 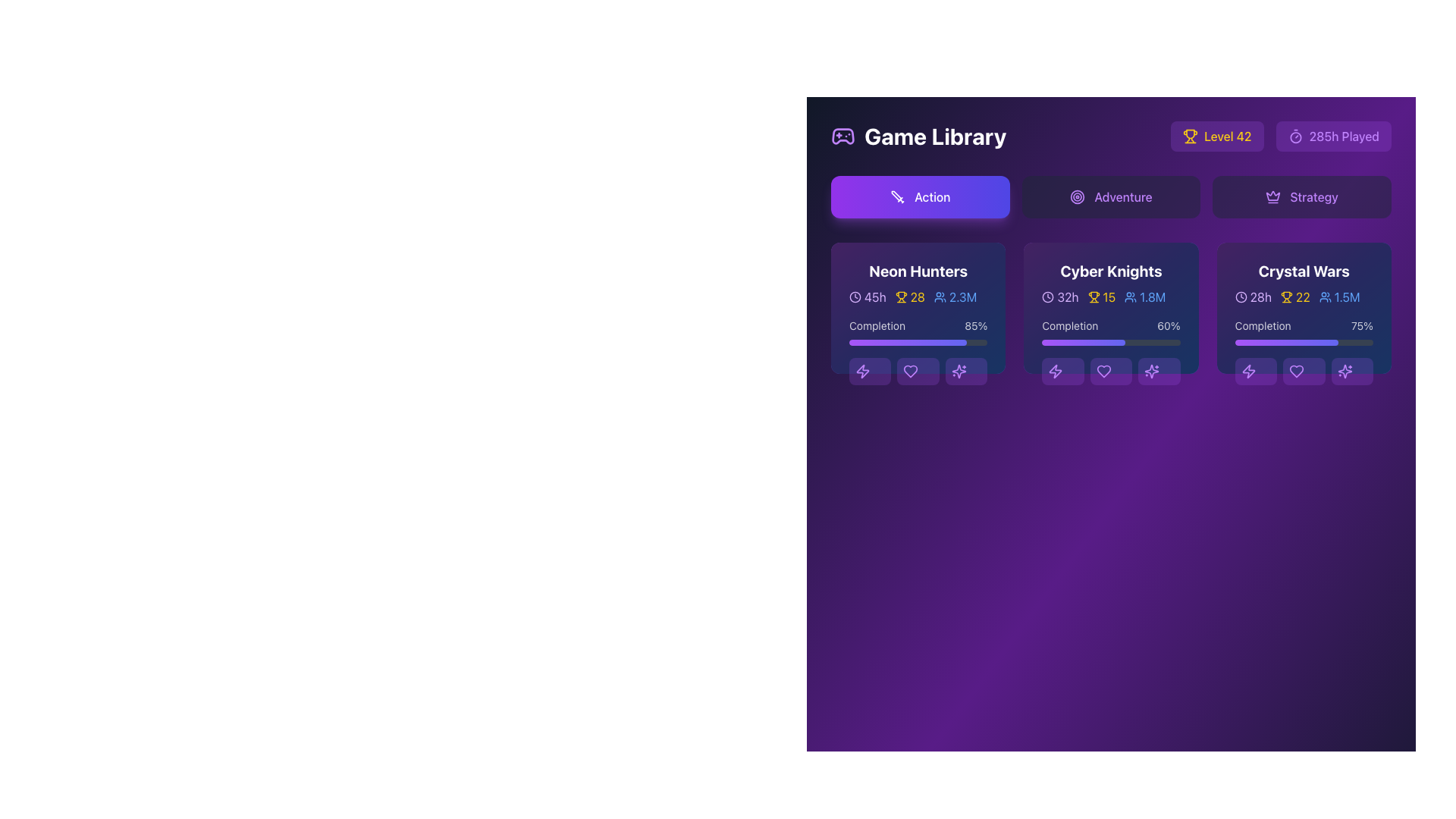 What do you see at coordinates (1286, 342) in the screenshot?
I see `the filled portion of the progress bar indicating 75% completion for the 'Crystal Wars' section, located below the 'Completion' label` at bounding box center [1286, 342].